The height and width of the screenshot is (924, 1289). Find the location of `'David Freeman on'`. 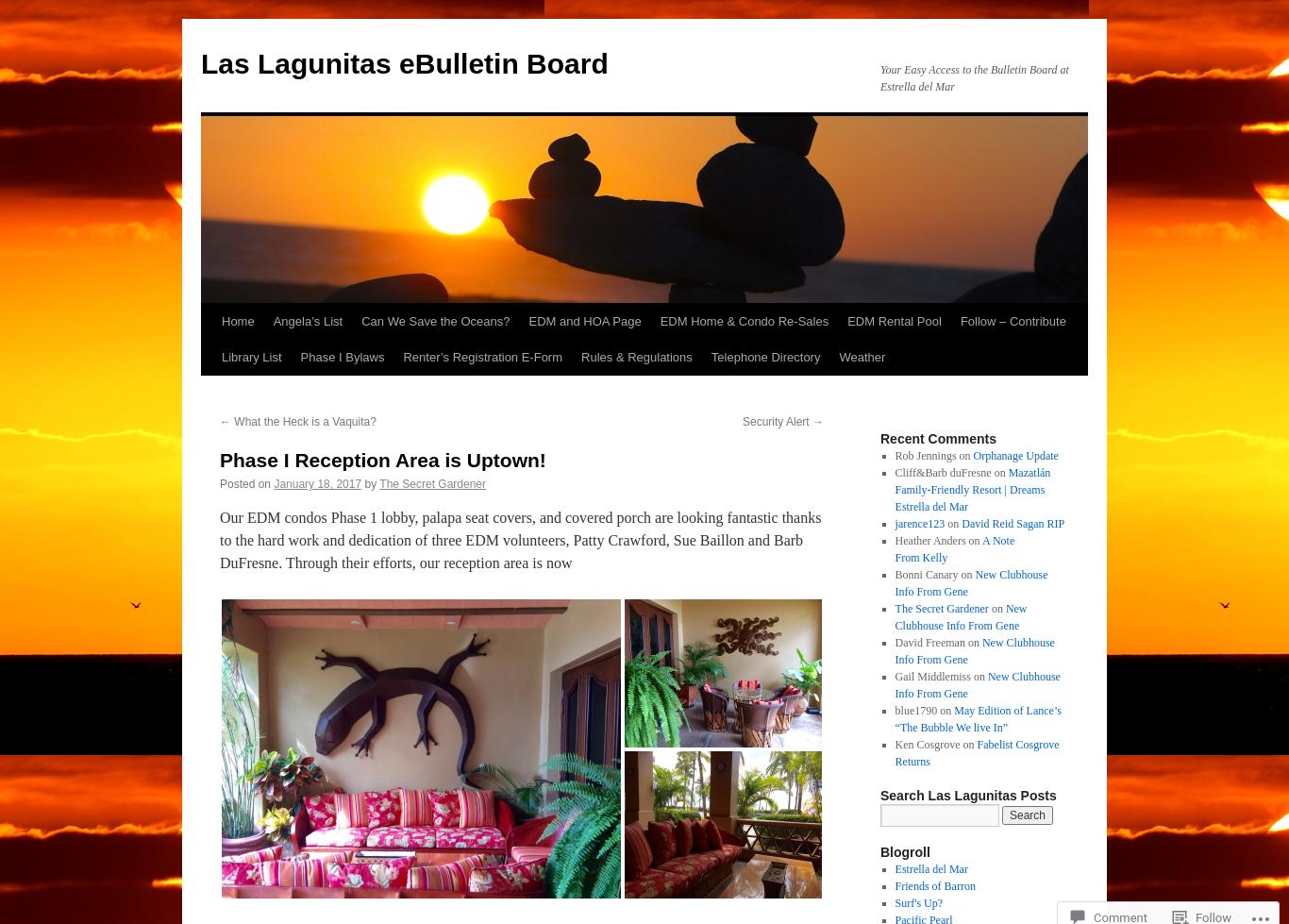

'David Freeman on' is located at coordinates (938, 641).